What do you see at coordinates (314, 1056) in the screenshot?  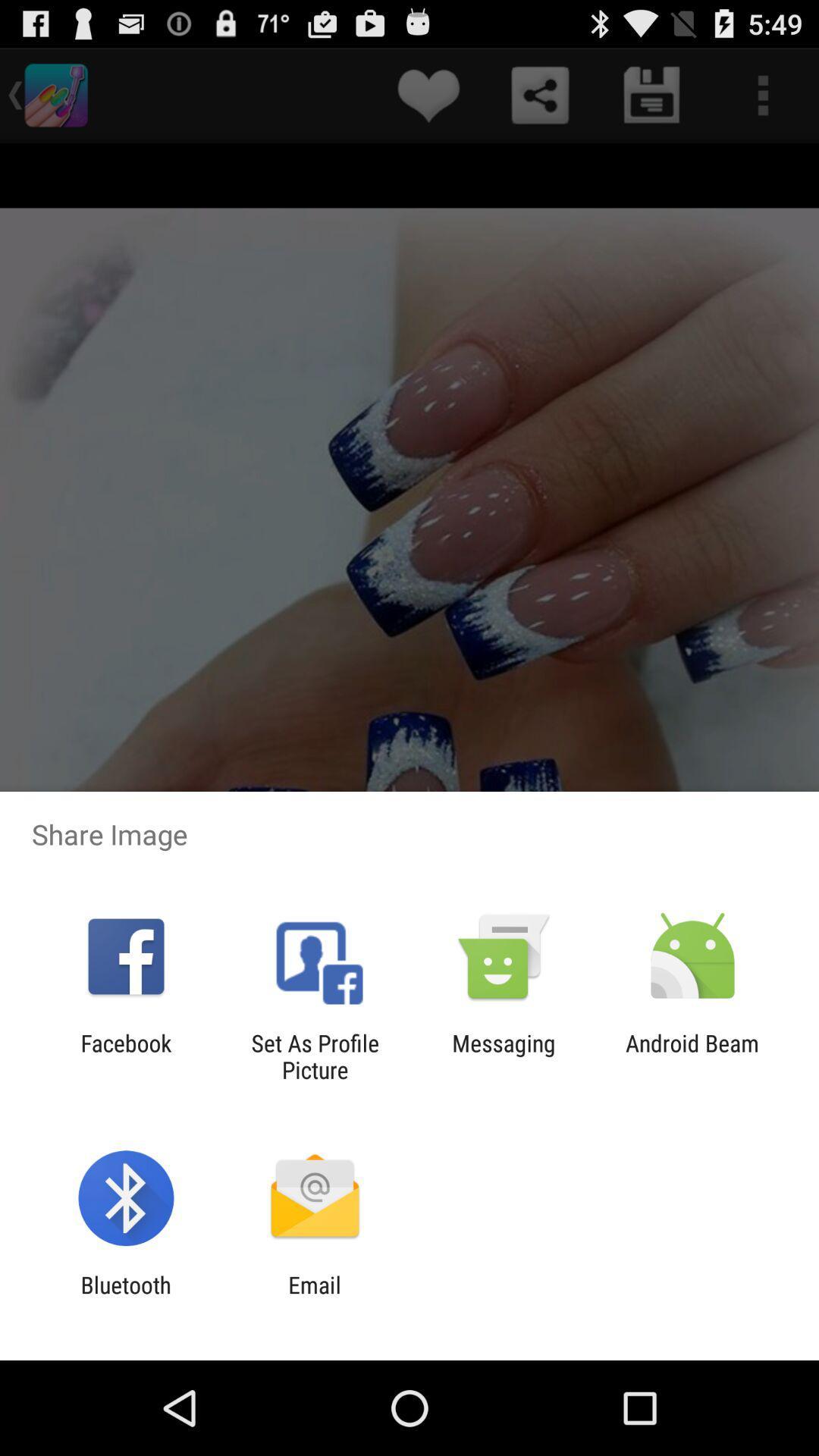 I see `app to the left of messaging` at bounding box center [314, 1056].